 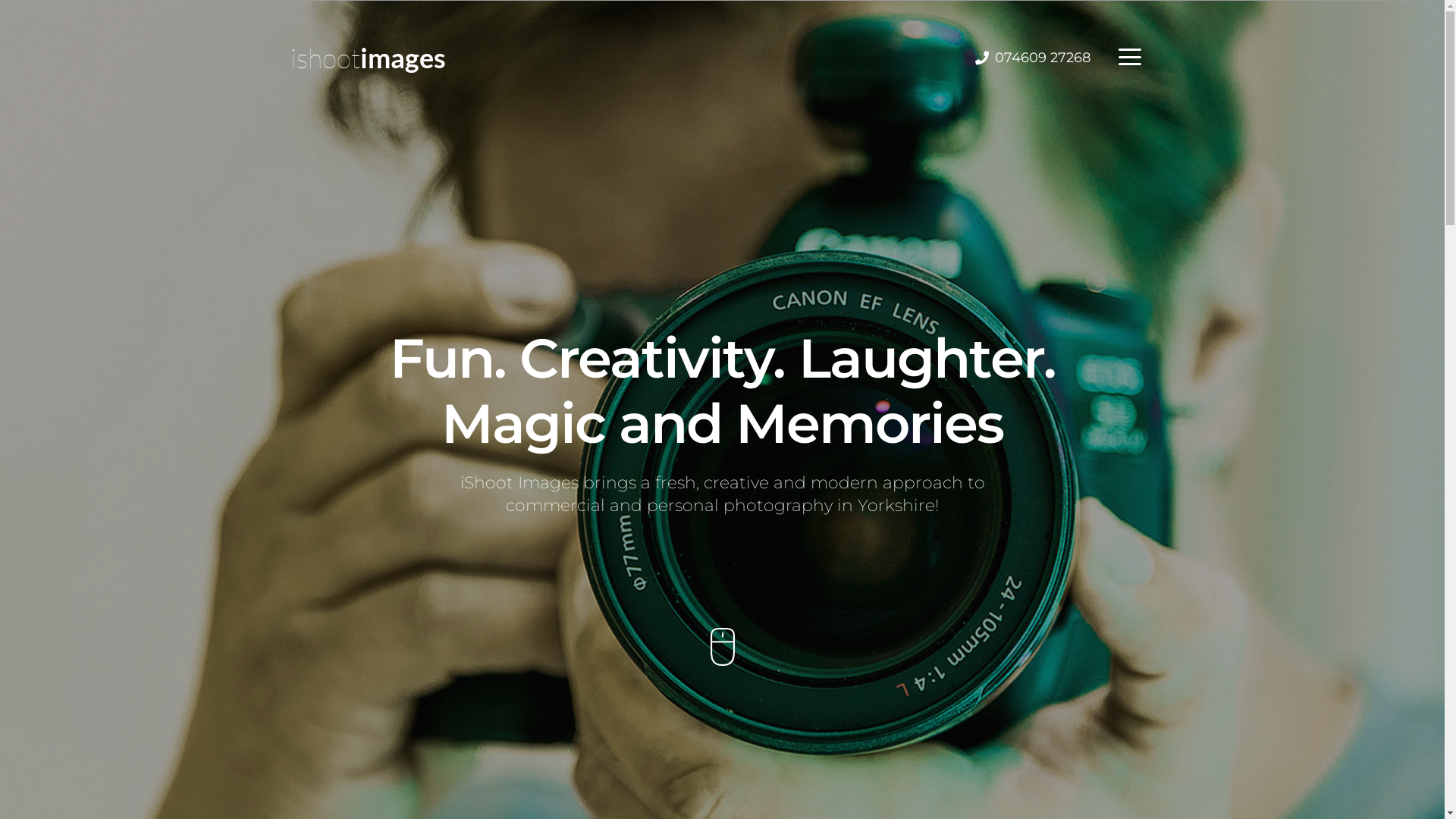 I want to click on 'ishootimages', so click(x=367, y=57).